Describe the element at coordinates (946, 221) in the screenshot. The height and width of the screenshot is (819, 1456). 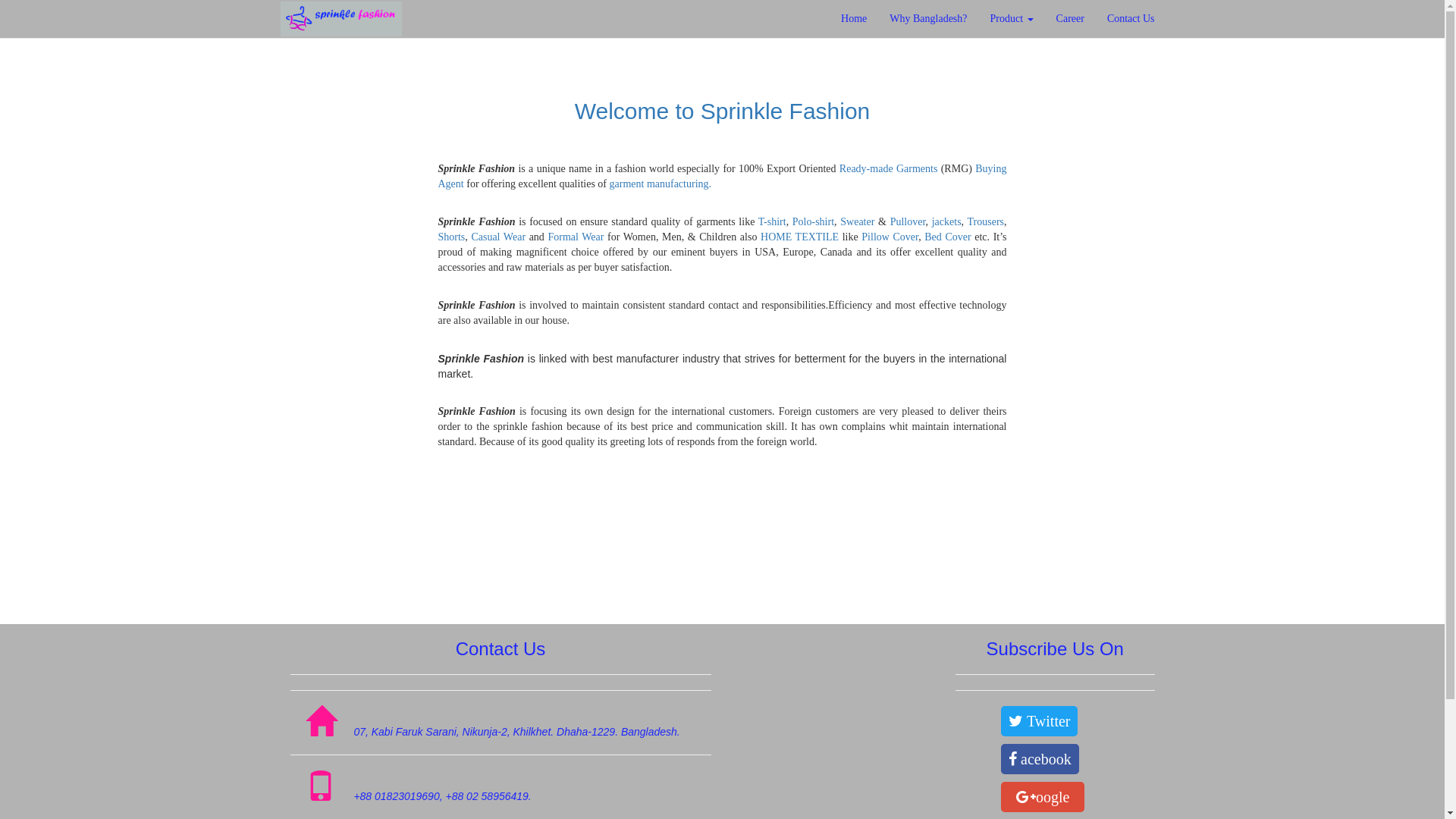
I see `'jackets'` at that location.